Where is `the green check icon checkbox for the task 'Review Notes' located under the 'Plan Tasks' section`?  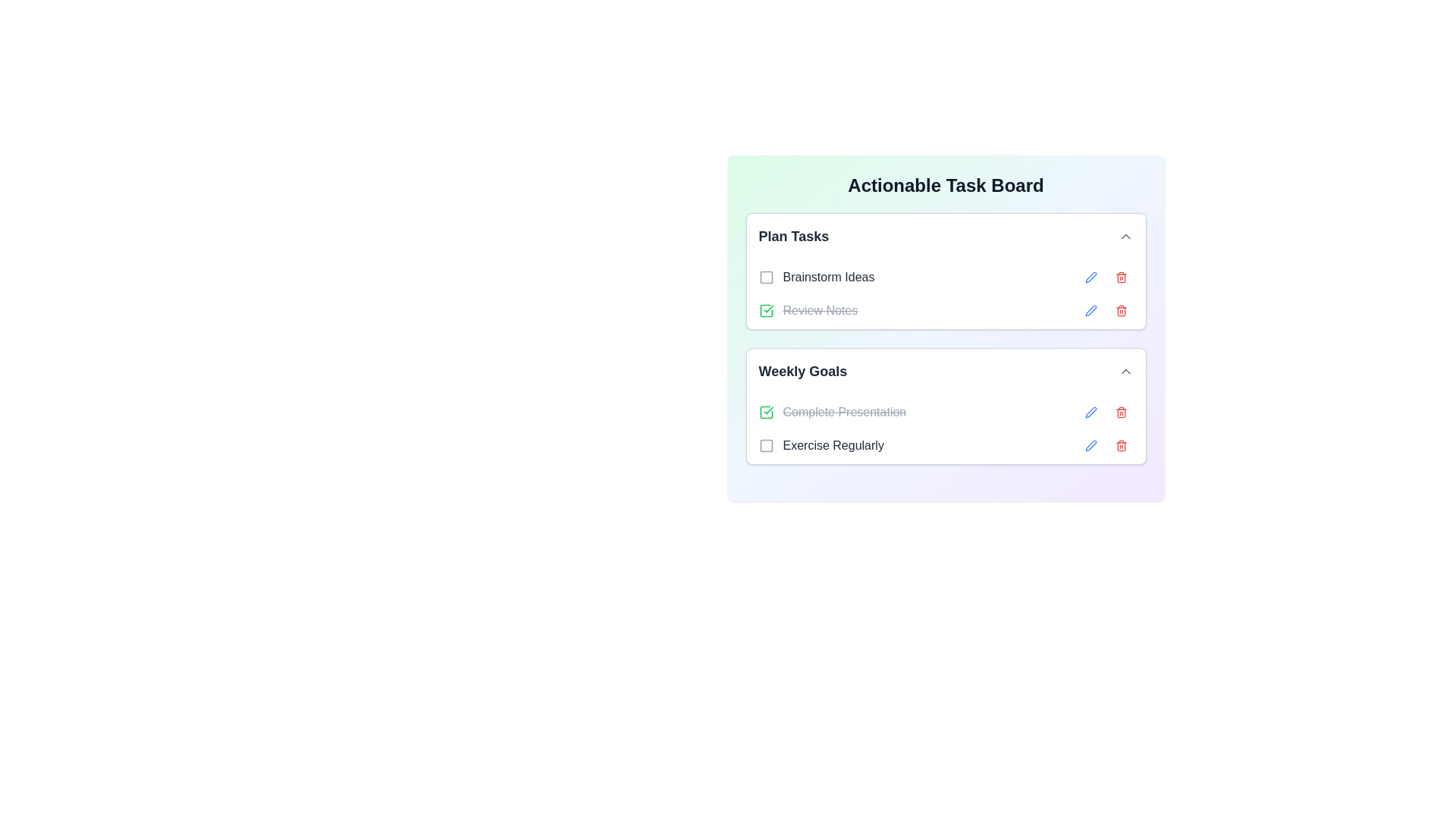
the green check icon checkbox for the task 'Review Notes' located under the 'Plan Tasks' section is located at coordinates (766, 309).